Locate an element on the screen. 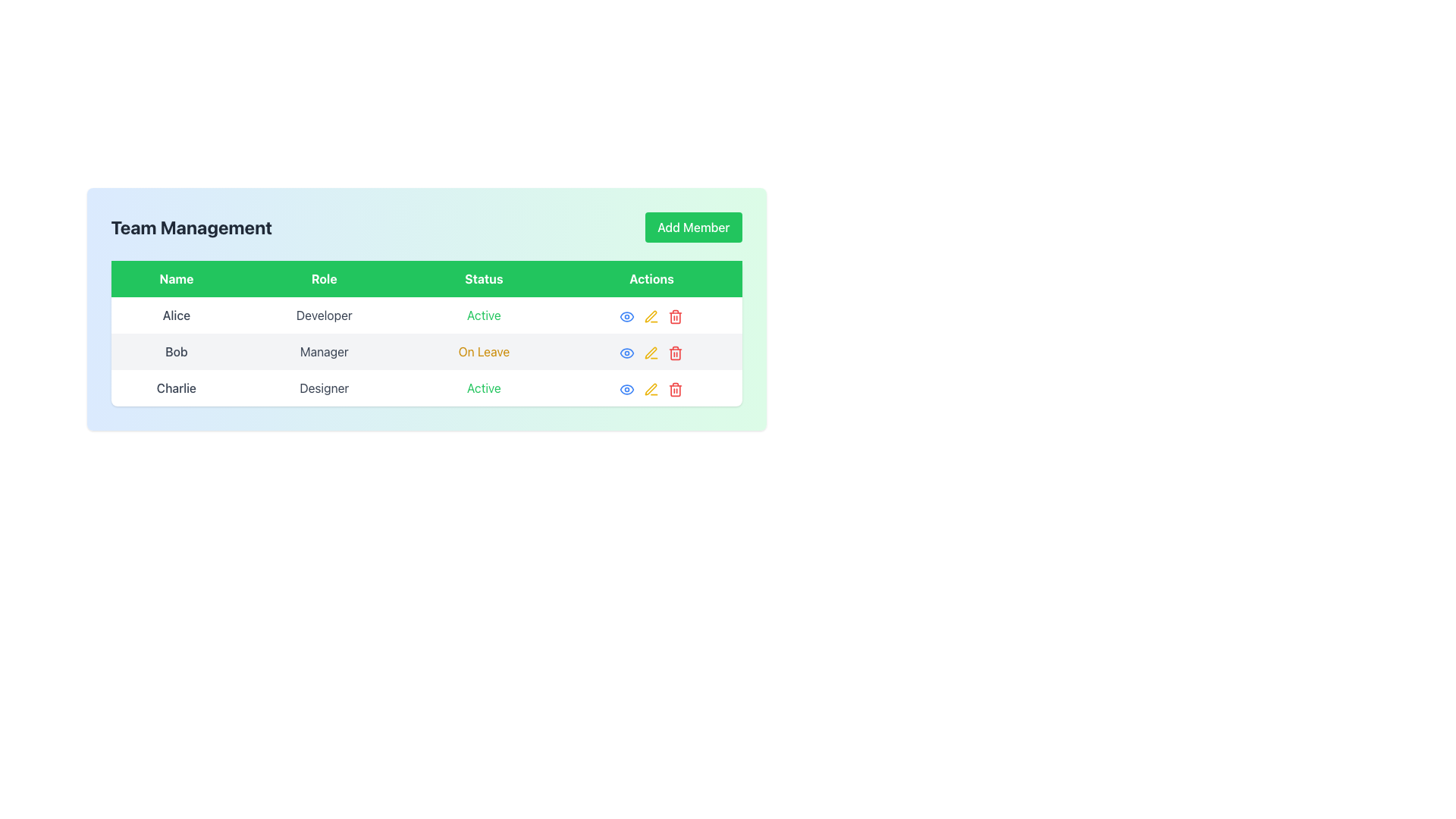 This screenshot has height=819, width=1456. the central vertical segment of the trash bin icon in the 'Actions' column of the third row (Charlie) in the 'Team Management' table is located at coordinates (675, 317).